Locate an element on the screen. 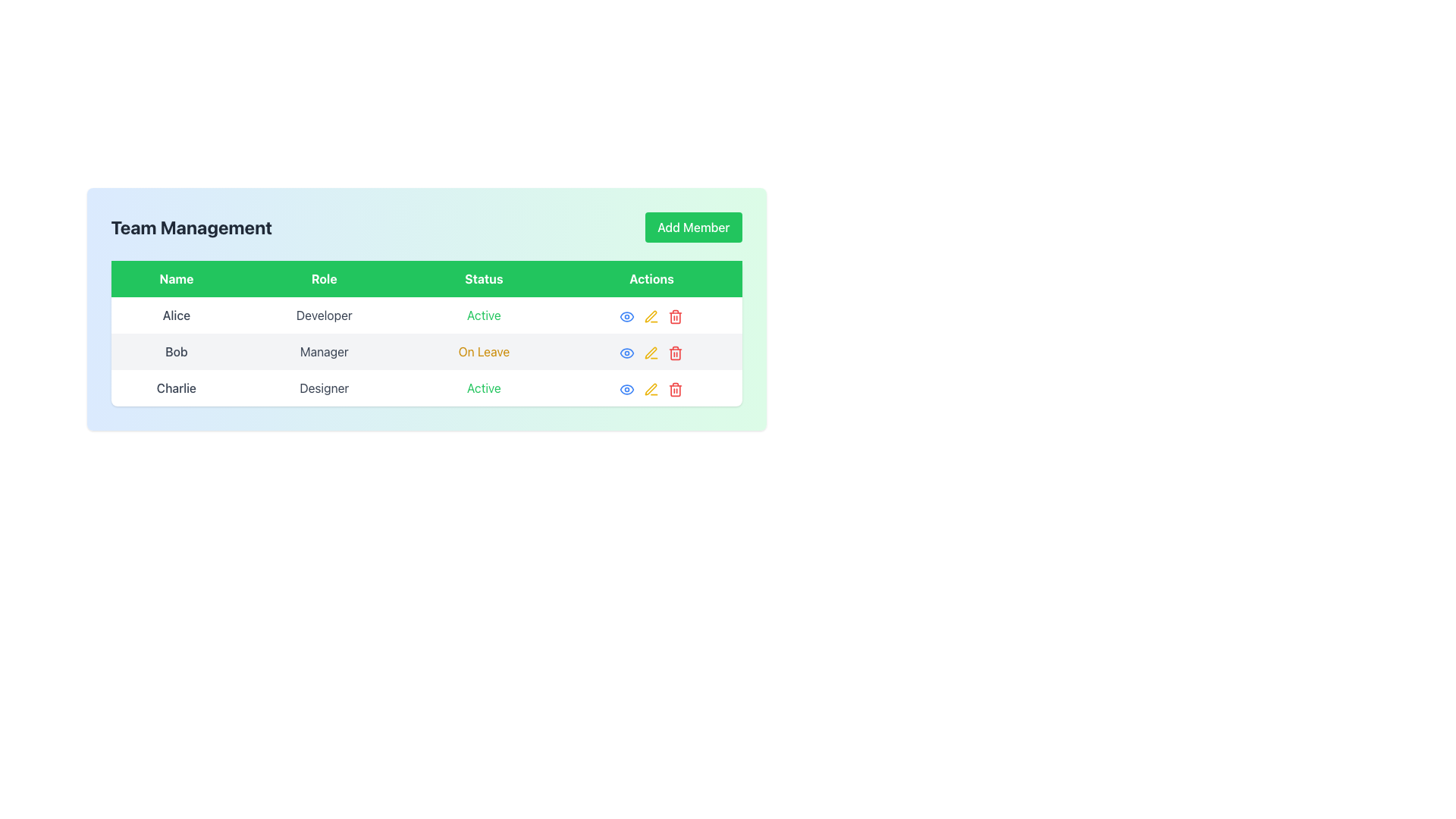 This screenshot has height=819, width=1456. the central vertical segment of the trash bin icon in the 'Actions' column of the third row (Charlie) in the 'Team Management' table is located at coordinates (675, 317).